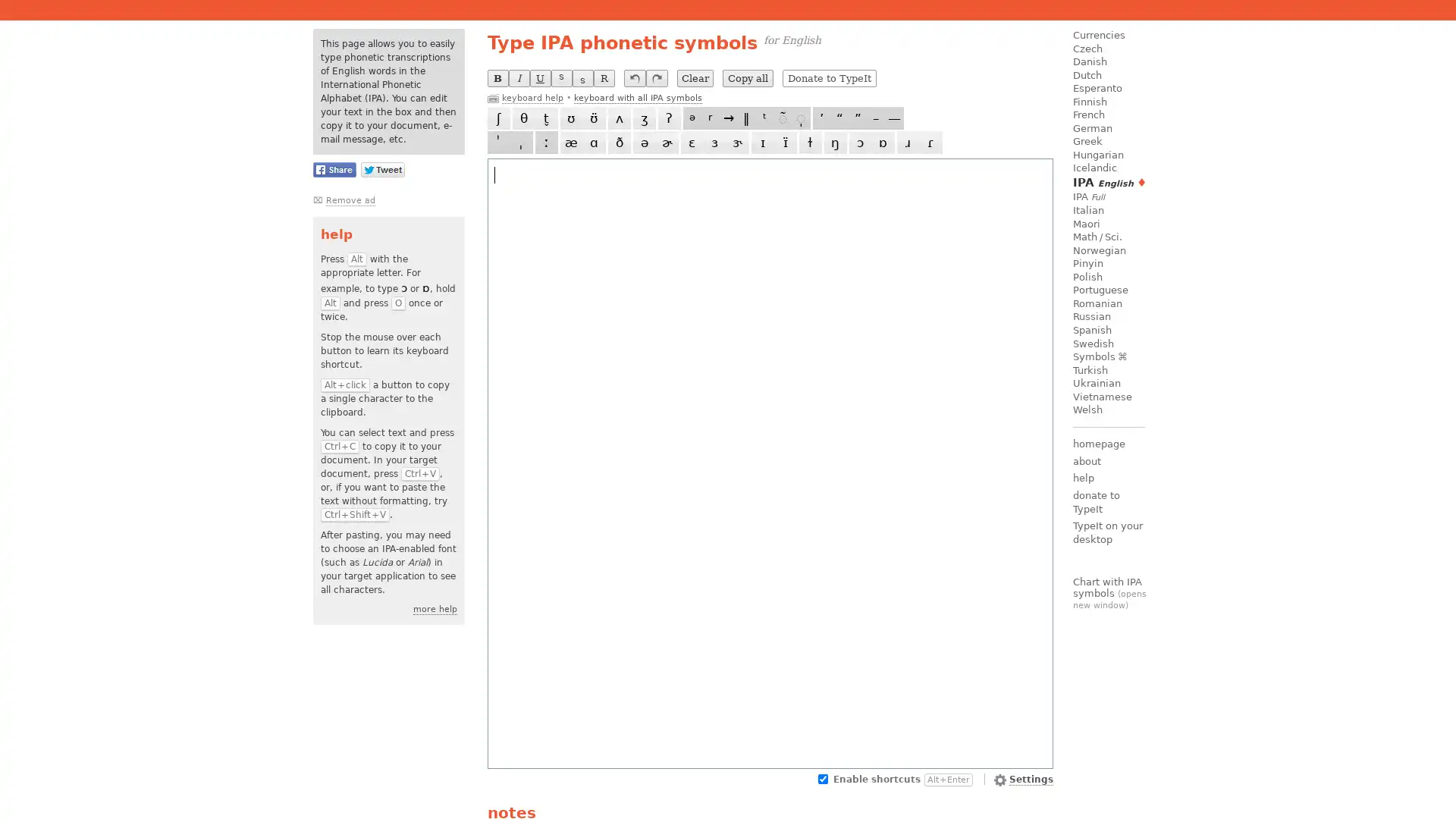 The height and width of the screenshot is (819, 1456). I want to click on Share this page on Twitter, so click(382, 169).